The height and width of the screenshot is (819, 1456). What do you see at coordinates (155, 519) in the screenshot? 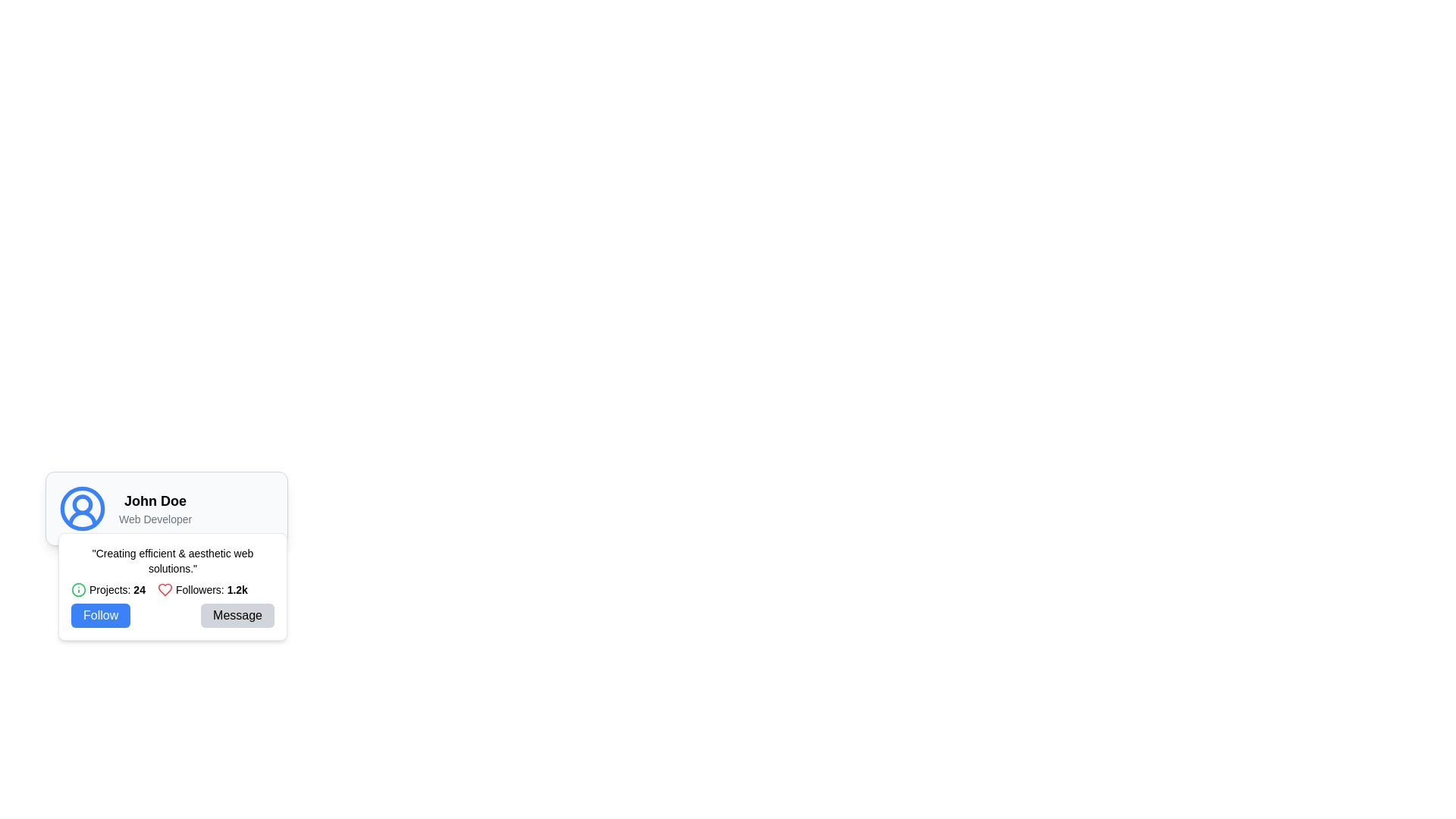
I see `text label providing information about the profession or role of the individual named 'John Doe', which is located immediately below the bold title in a card layout` at bounding box center [155, 519].